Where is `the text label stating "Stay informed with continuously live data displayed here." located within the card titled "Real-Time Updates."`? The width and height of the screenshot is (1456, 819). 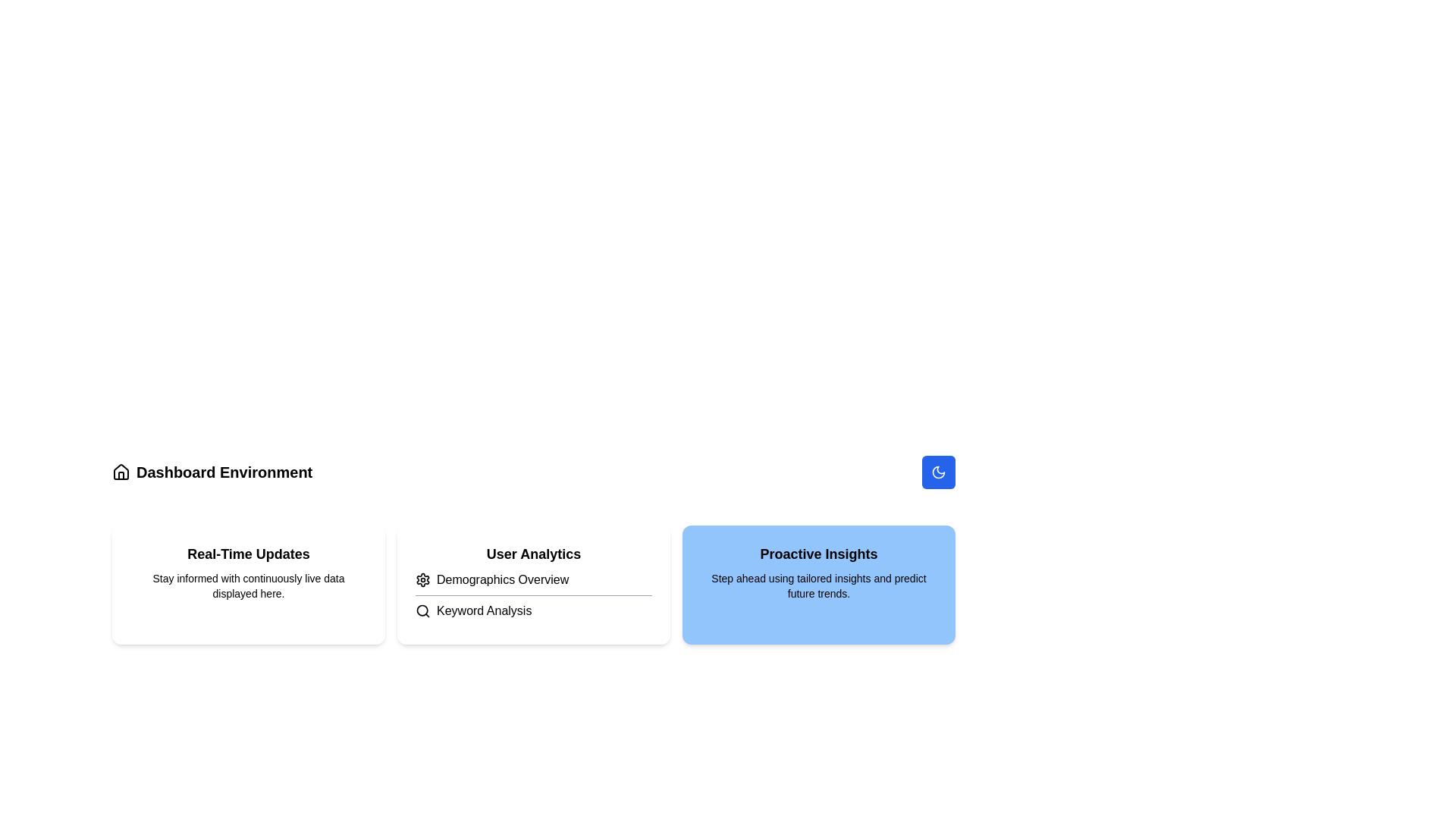
the text label stating "Stay informed with continuously live data displayed here." located within the card titled "Real-Time Updates." is located at coordinates (248, 585).